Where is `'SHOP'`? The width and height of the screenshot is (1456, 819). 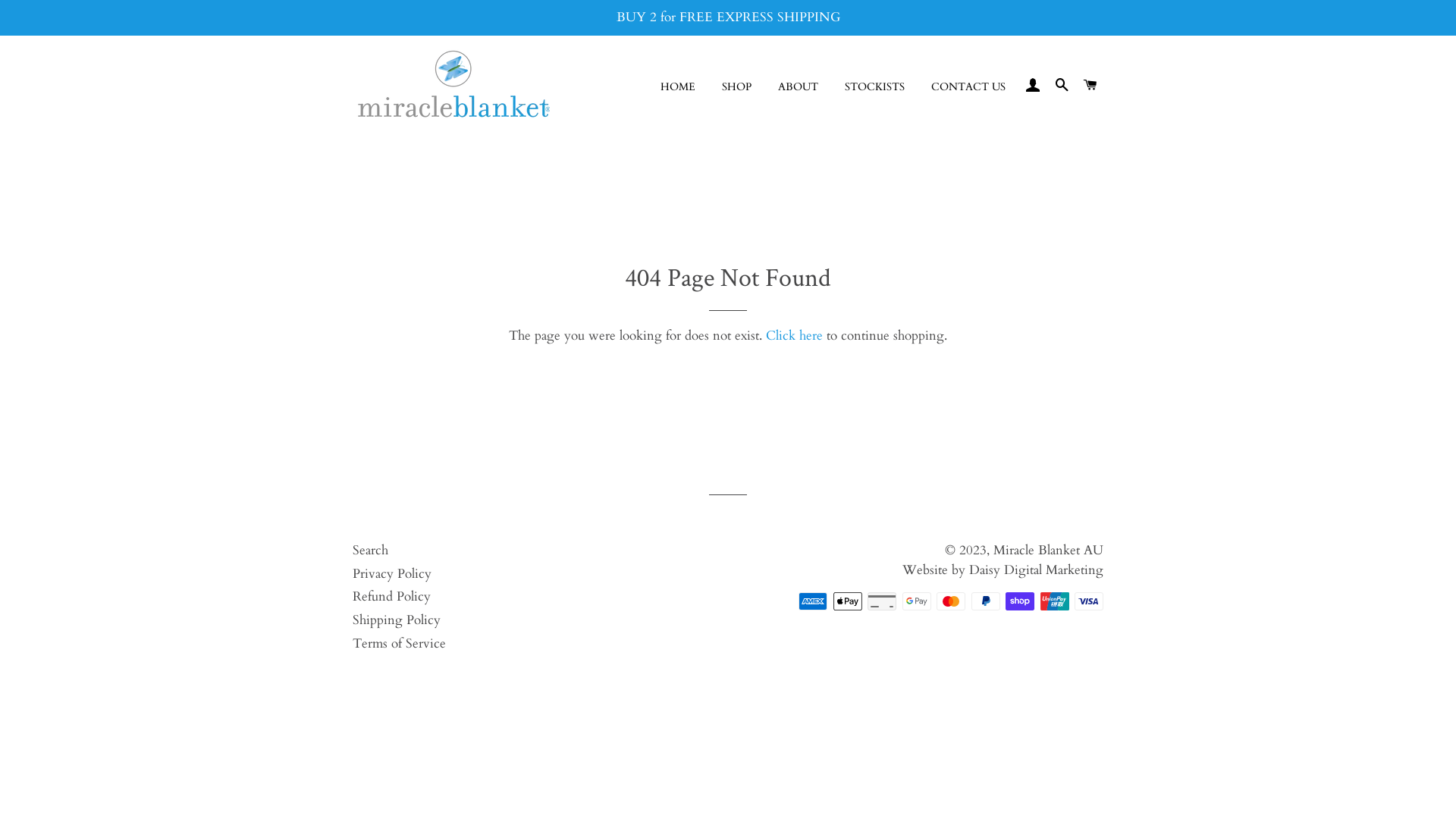
'SHOP' is located at coordinates (709, 87).